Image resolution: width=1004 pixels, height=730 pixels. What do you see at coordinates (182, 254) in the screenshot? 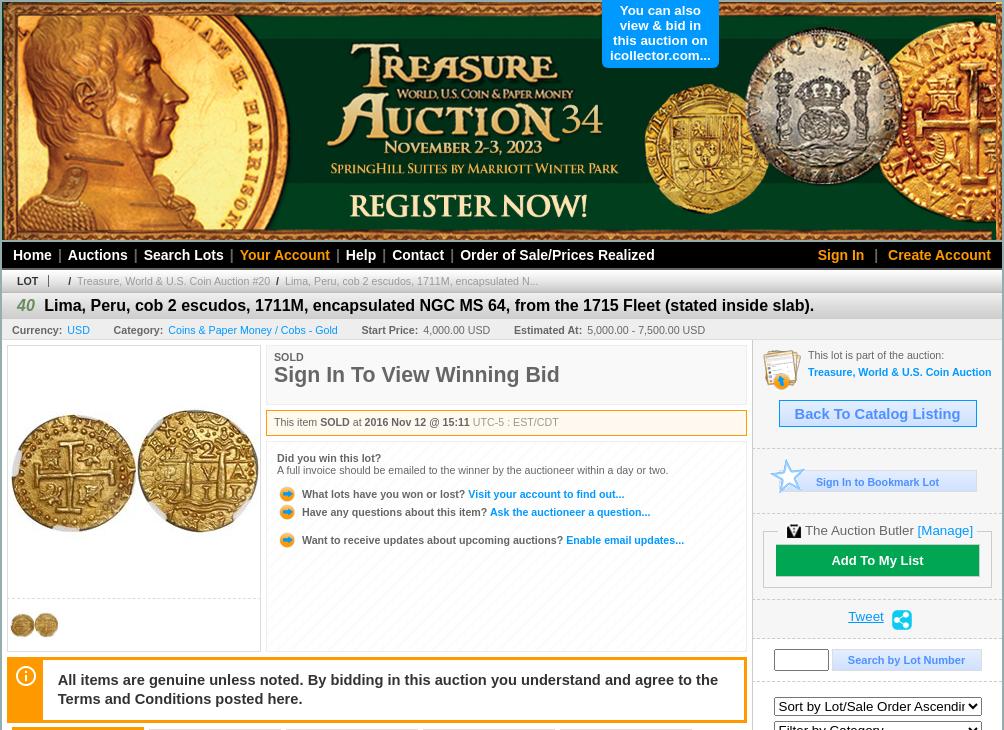
I see `'Search Lots'` at bounding box center [182, 254].